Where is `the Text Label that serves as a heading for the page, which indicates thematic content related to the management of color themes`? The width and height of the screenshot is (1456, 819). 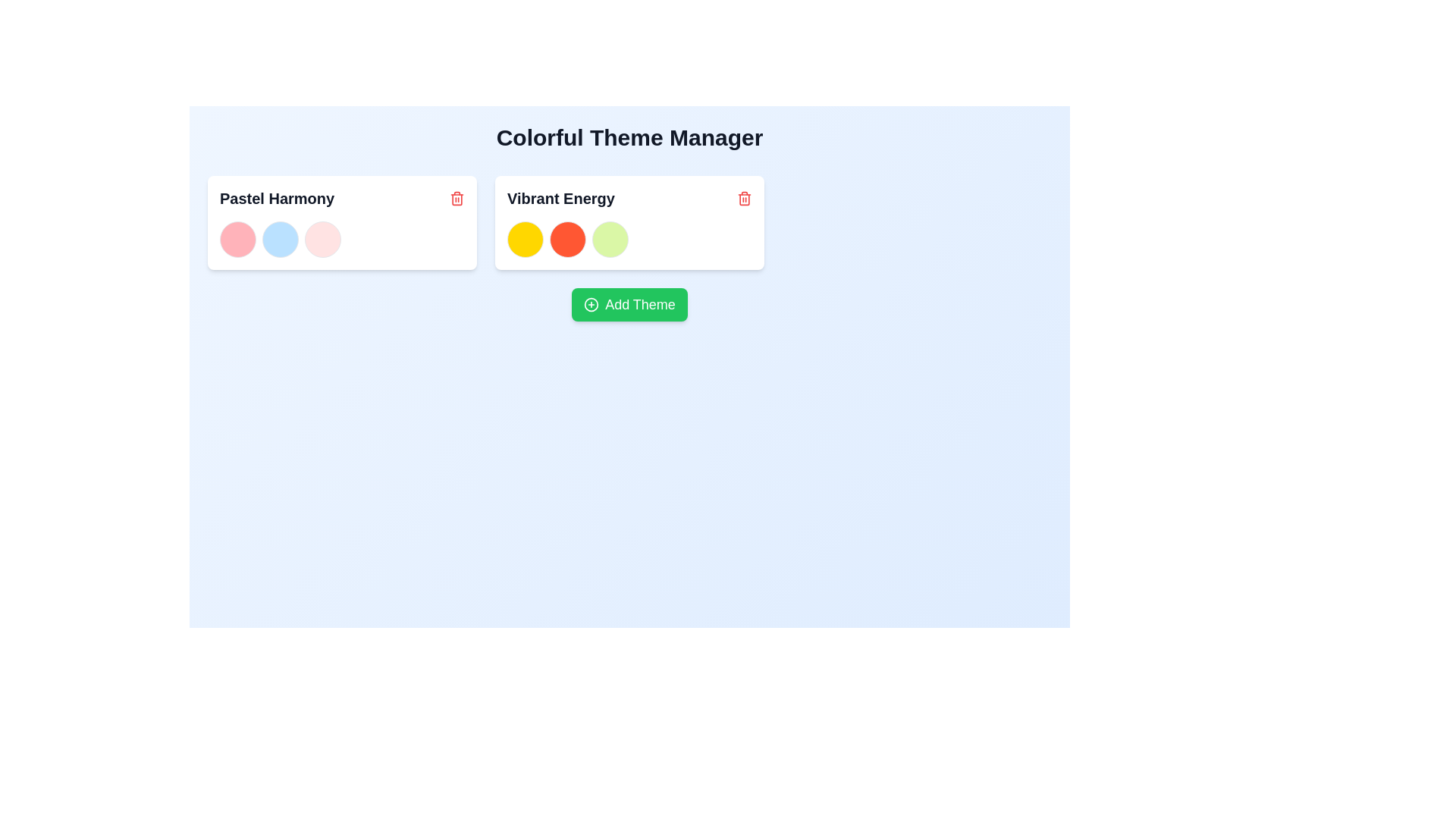 the Text Label that serves as a heading for the page, which indicates thematic content related to the management of color themes is located at coordinates (629, 137).